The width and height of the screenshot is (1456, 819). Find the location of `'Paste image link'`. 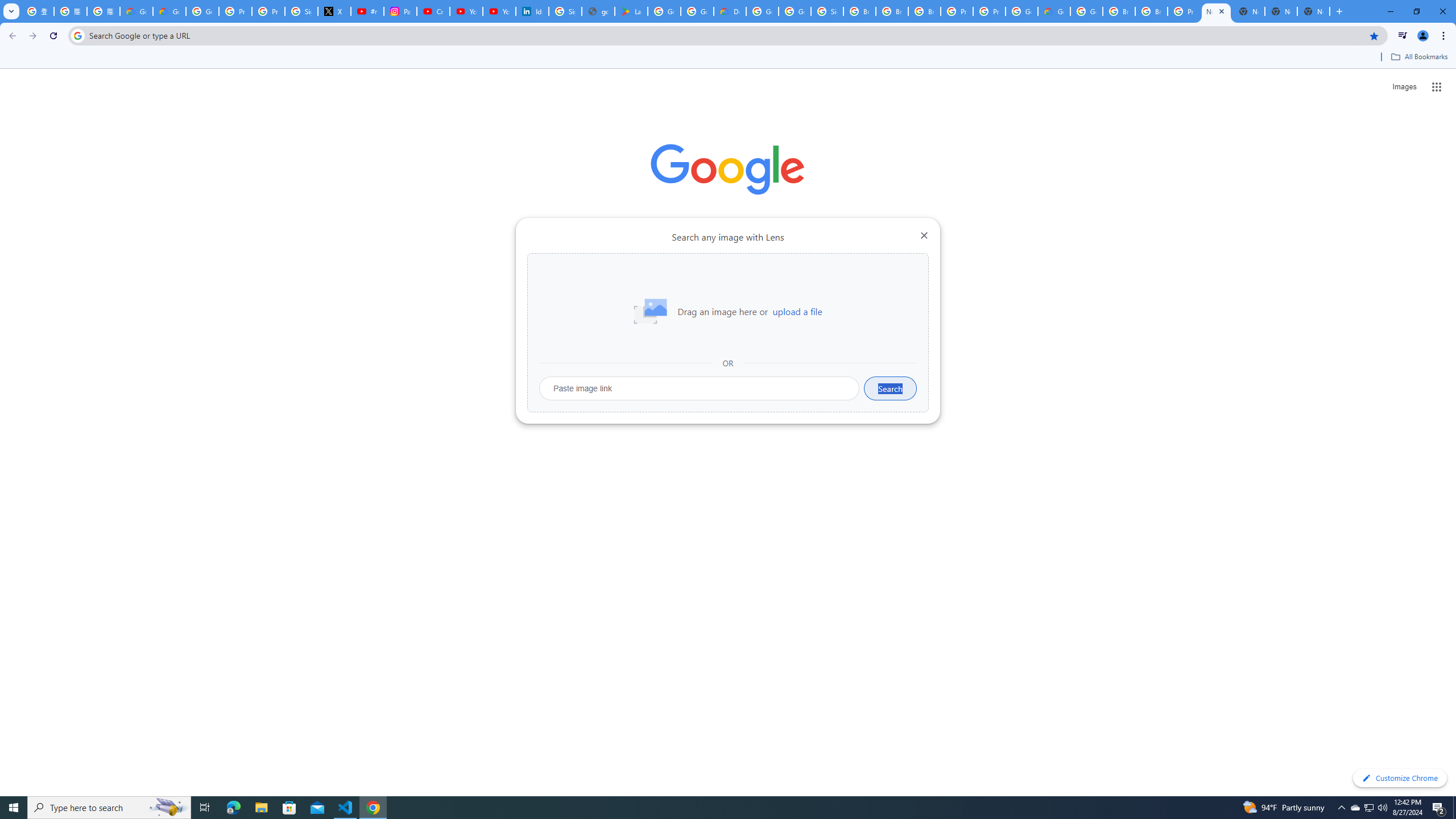

'Paste image link' is located at coordinates (700, 388).